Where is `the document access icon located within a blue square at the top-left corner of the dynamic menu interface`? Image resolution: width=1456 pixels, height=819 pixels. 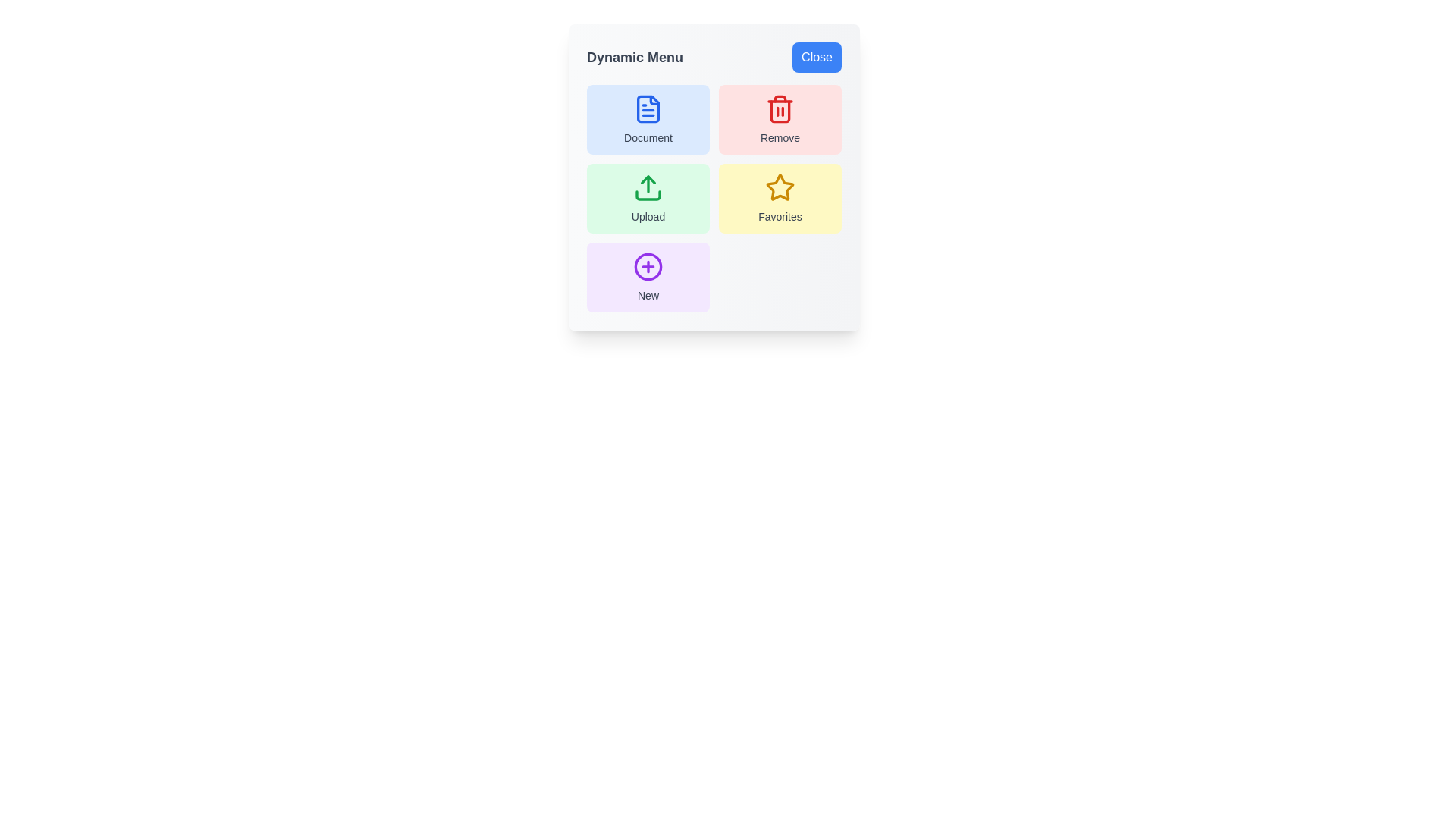
the document access icon located within a blue square at the top-left corner of the dynamic menu interface is located at coordinates (648, 108).